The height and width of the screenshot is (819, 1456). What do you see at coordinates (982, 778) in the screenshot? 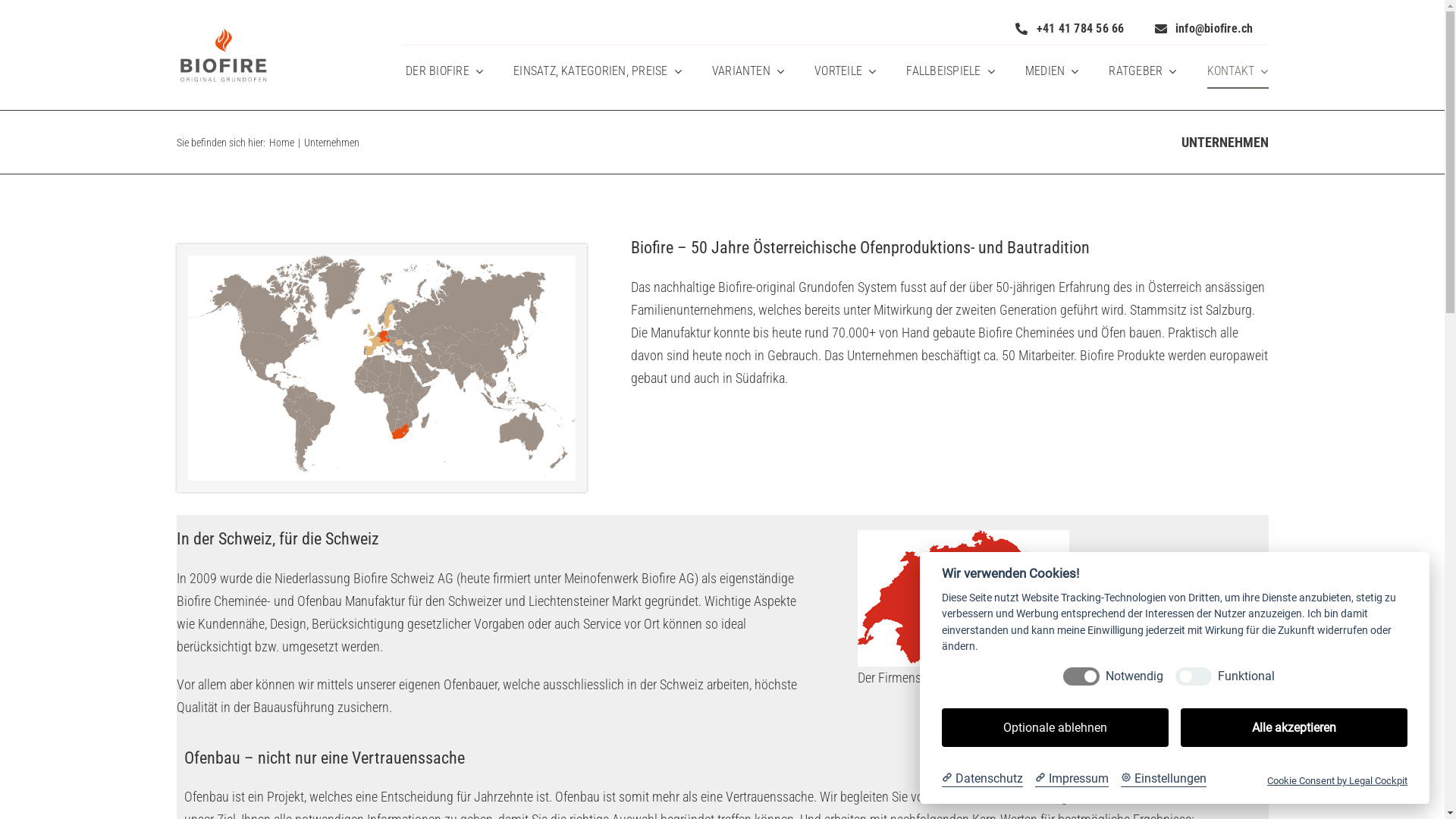
I see `'Datenschutz'` at bounding box center [982, 778].